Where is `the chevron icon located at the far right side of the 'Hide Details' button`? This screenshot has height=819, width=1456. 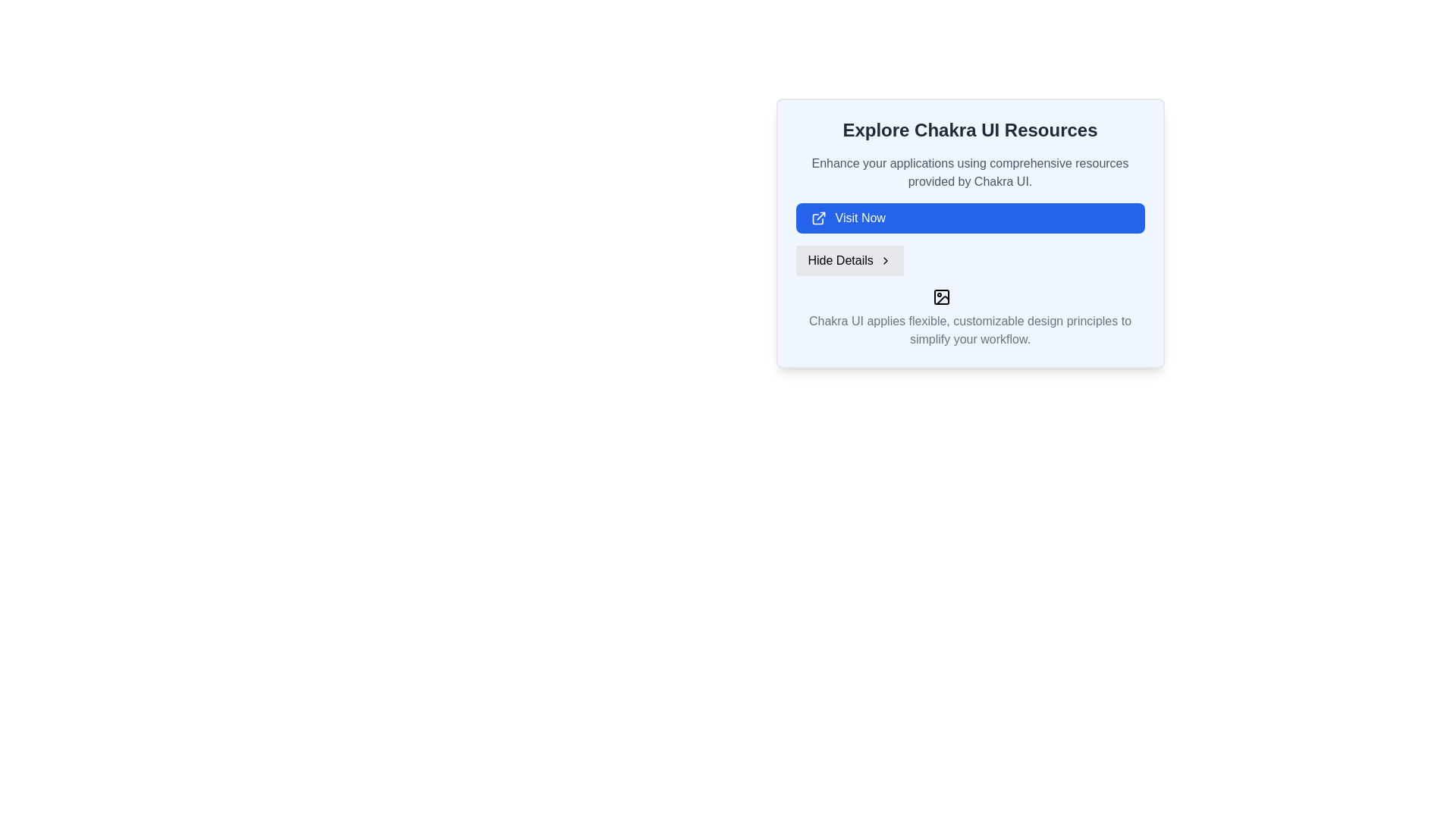 the chevron icon located at the far right side of the 'Hide Details' button is located at coordinates (885, 259).